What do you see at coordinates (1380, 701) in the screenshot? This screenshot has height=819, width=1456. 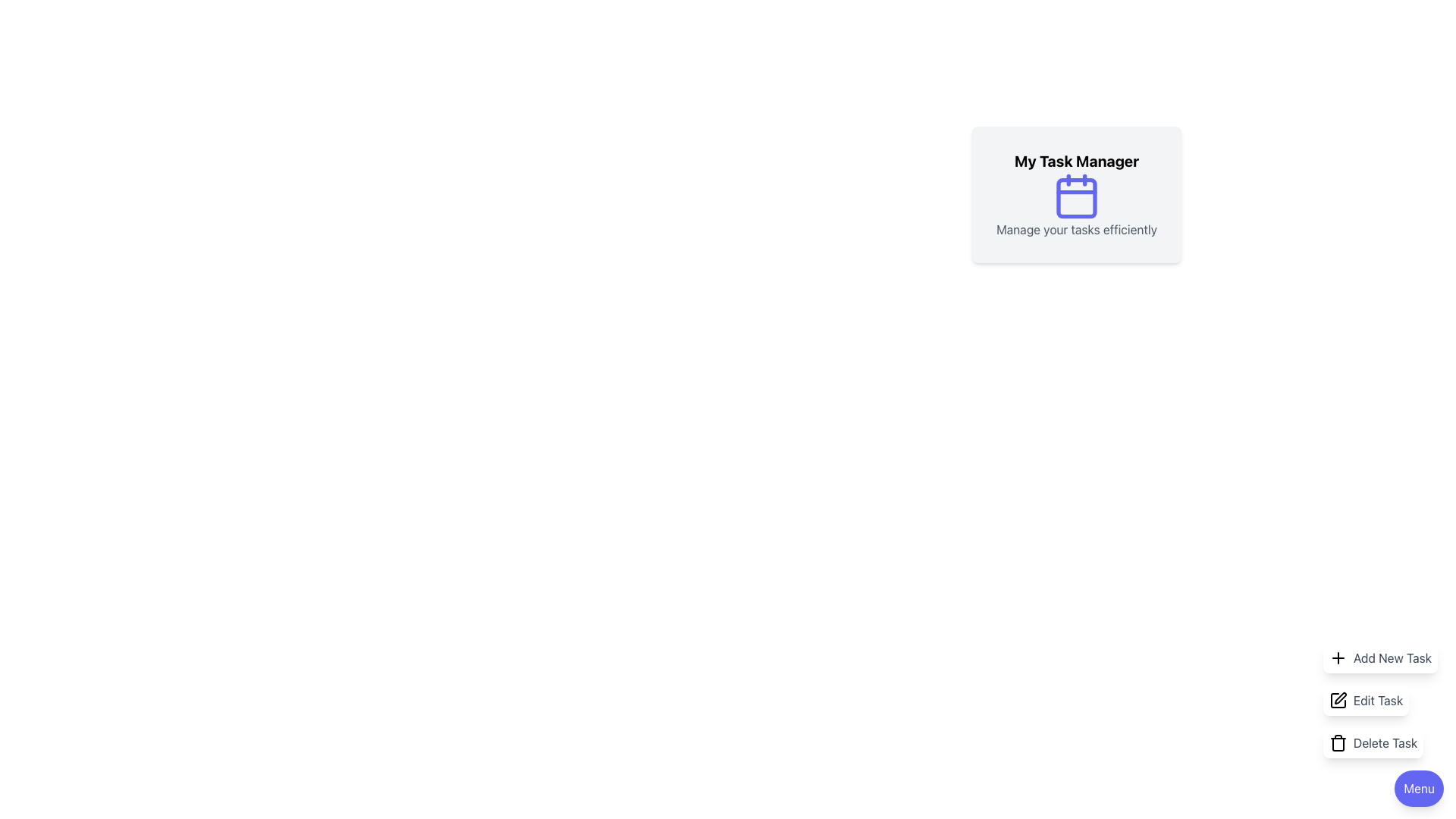 I see `the 'Edit Task' button using keyboard navigation` at bounding box center [1380, 701].